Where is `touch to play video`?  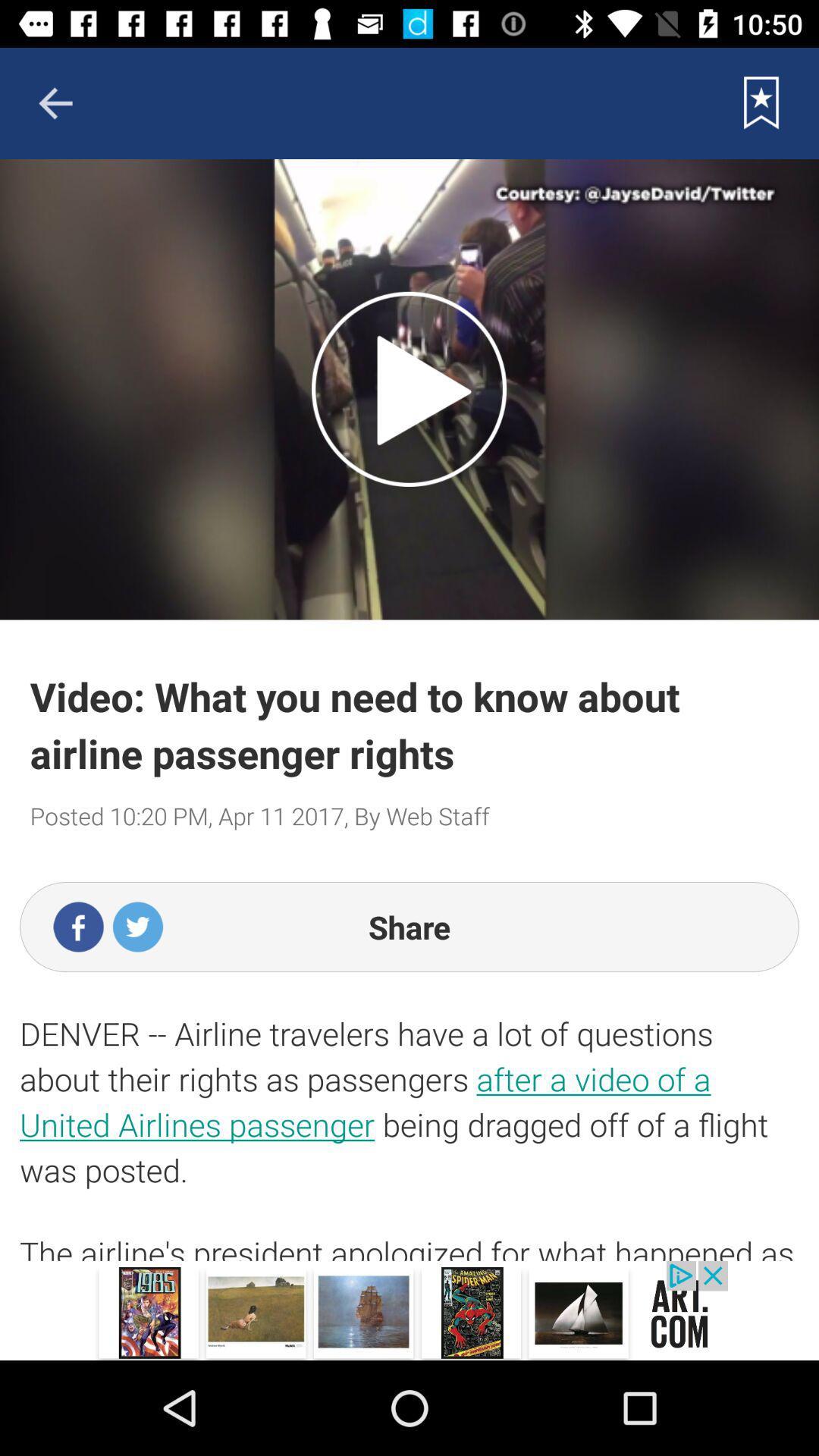 touch to play video is located at coordinates (408, 389).